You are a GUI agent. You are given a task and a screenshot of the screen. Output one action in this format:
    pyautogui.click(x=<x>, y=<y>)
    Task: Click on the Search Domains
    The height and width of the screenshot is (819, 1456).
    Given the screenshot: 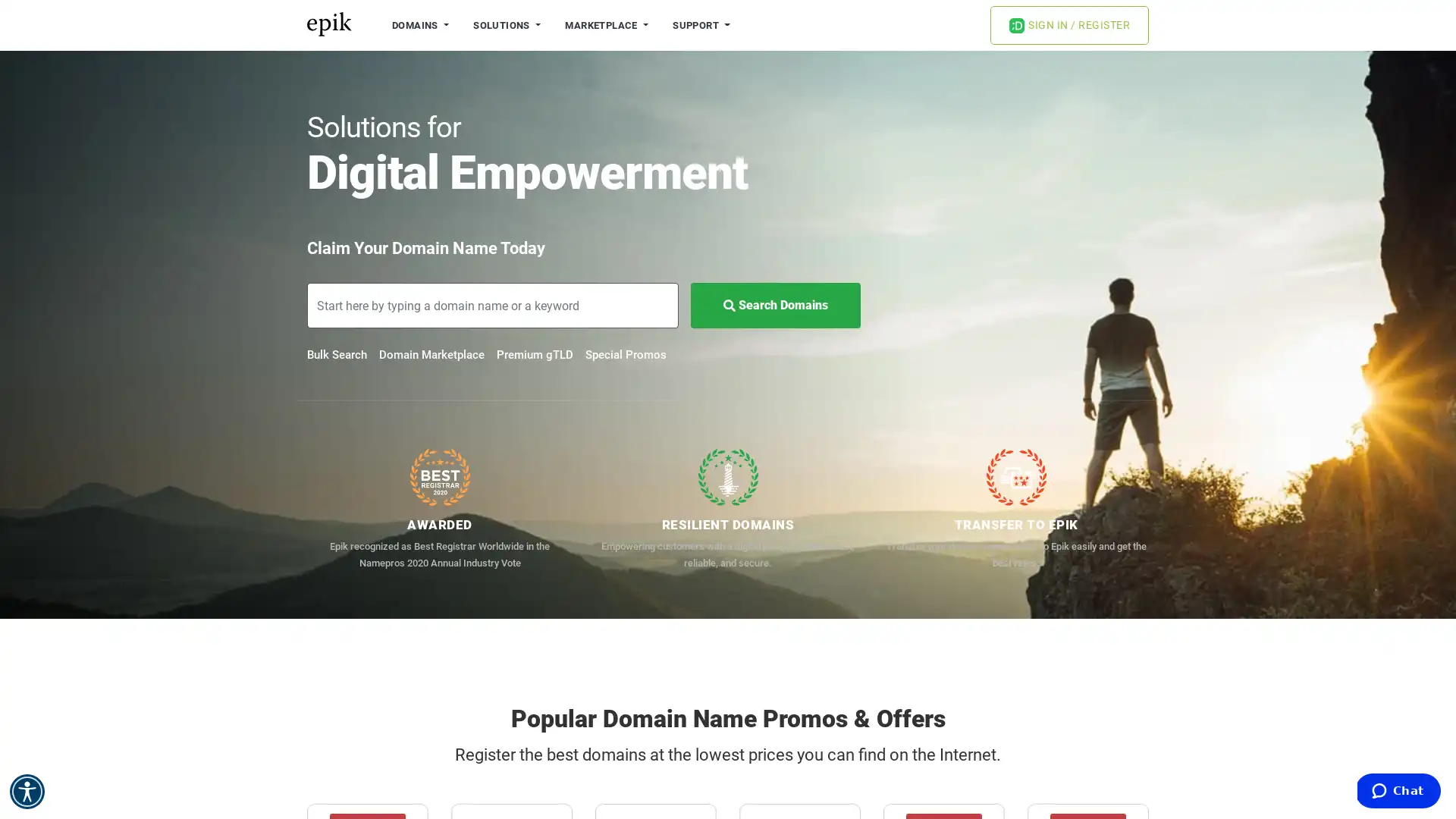 What is the action you would take?
    pyautogui.click(x=775, y=305)
    